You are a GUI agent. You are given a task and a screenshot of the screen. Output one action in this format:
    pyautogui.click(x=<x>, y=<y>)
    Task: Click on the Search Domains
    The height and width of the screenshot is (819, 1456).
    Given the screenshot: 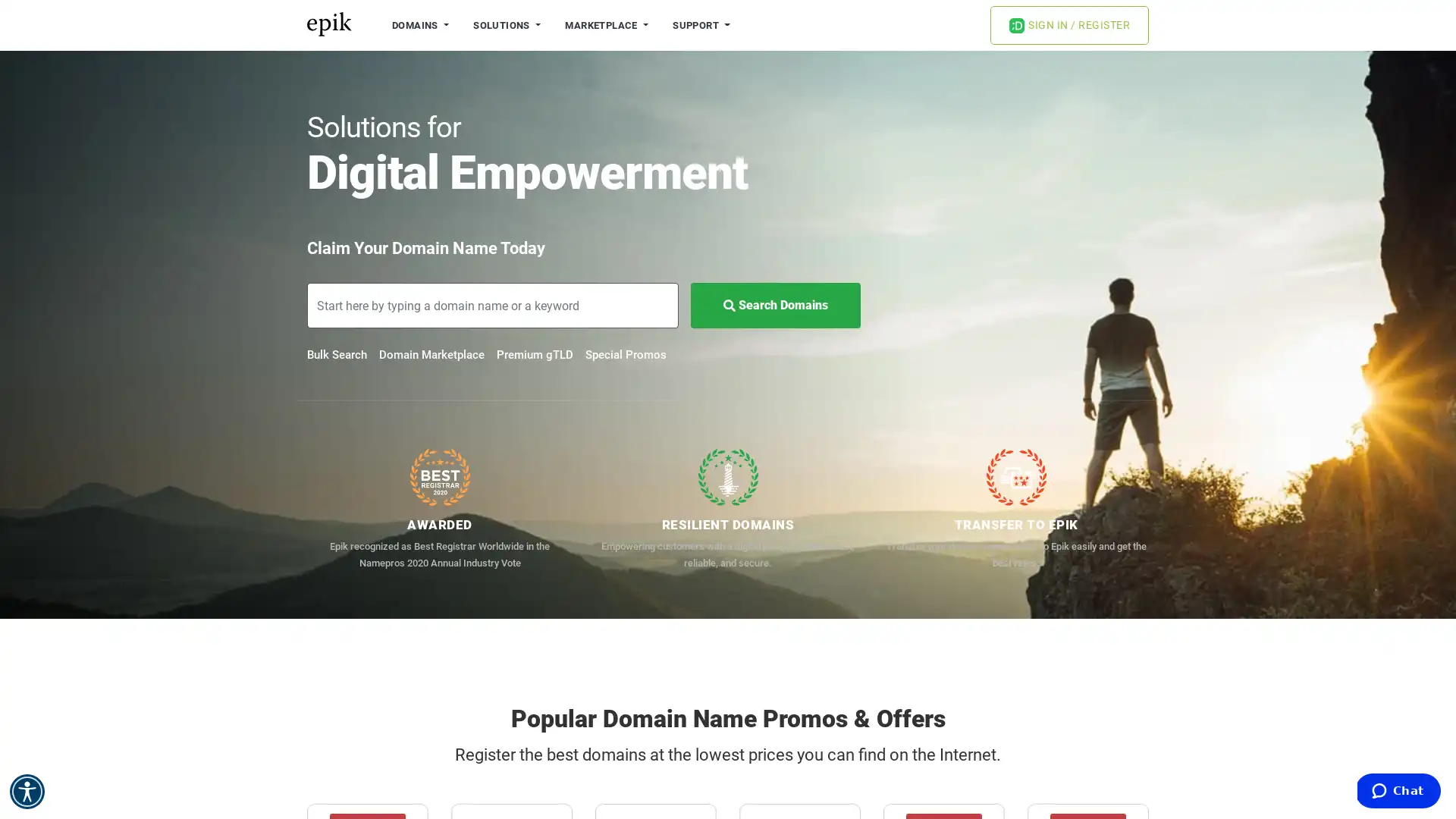 What is the action you would take?
    pyautogui.click(x=775, y=305)
    